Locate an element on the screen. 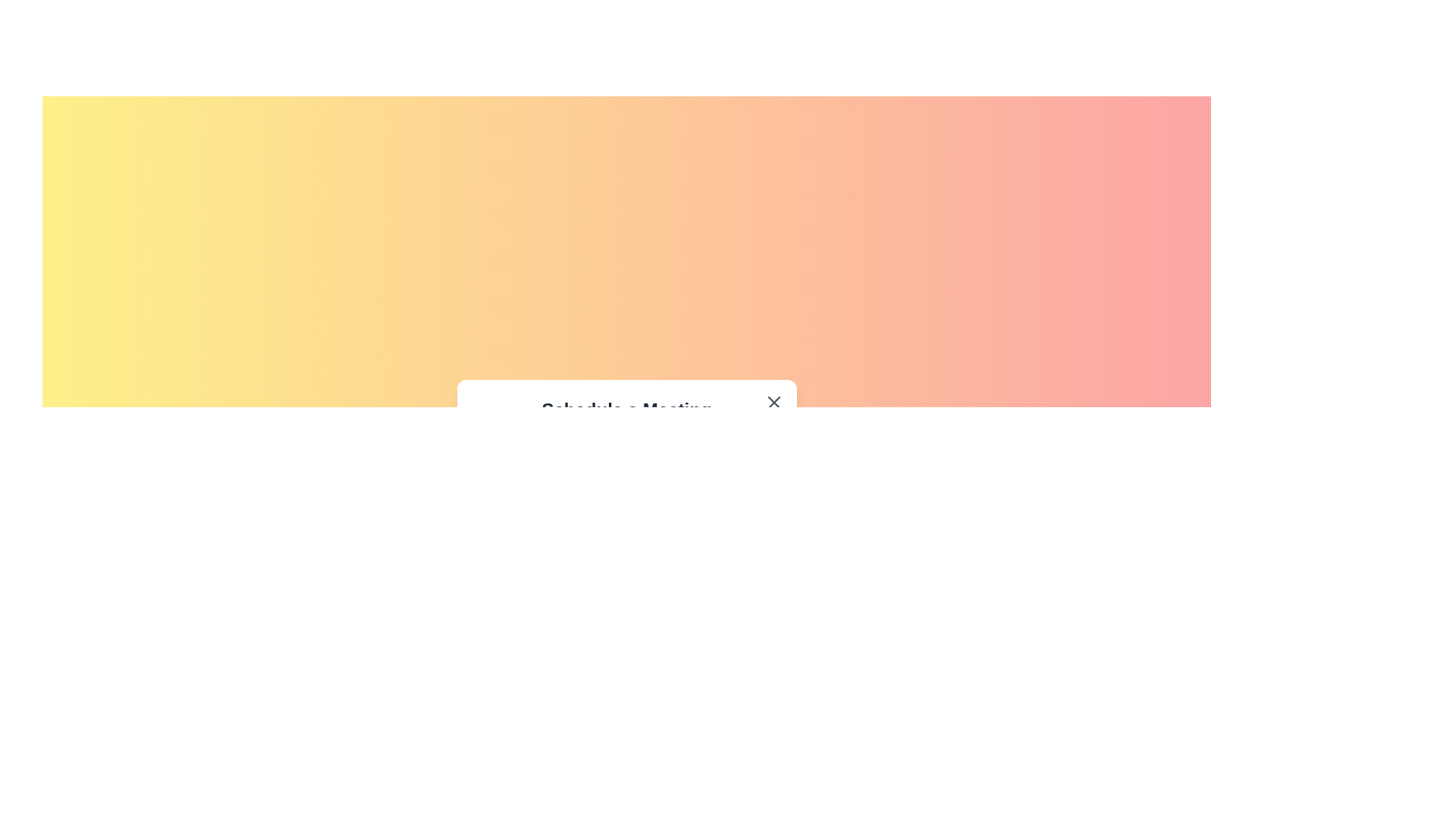 The width and height of the screenshot is (1456, 819). the time slot 09:00 AM by clicking on it is located at coordinates (547, 472).